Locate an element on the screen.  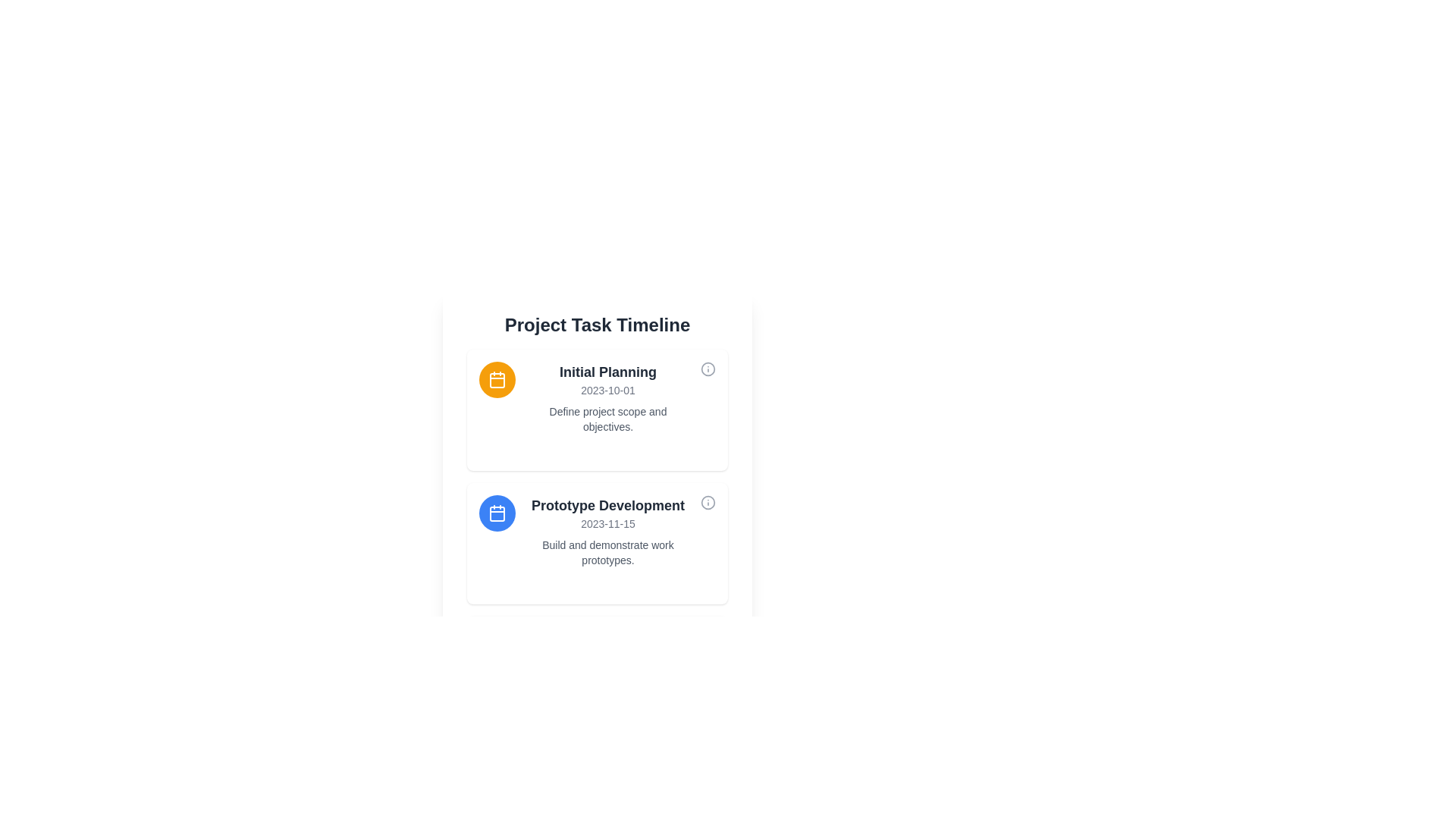
visually on the SVG shape within the calendar icon for the 'Initial Planning' section in the 'Project Task Timeline' by moving the cursor to its center is located at coordinates (497, 379).